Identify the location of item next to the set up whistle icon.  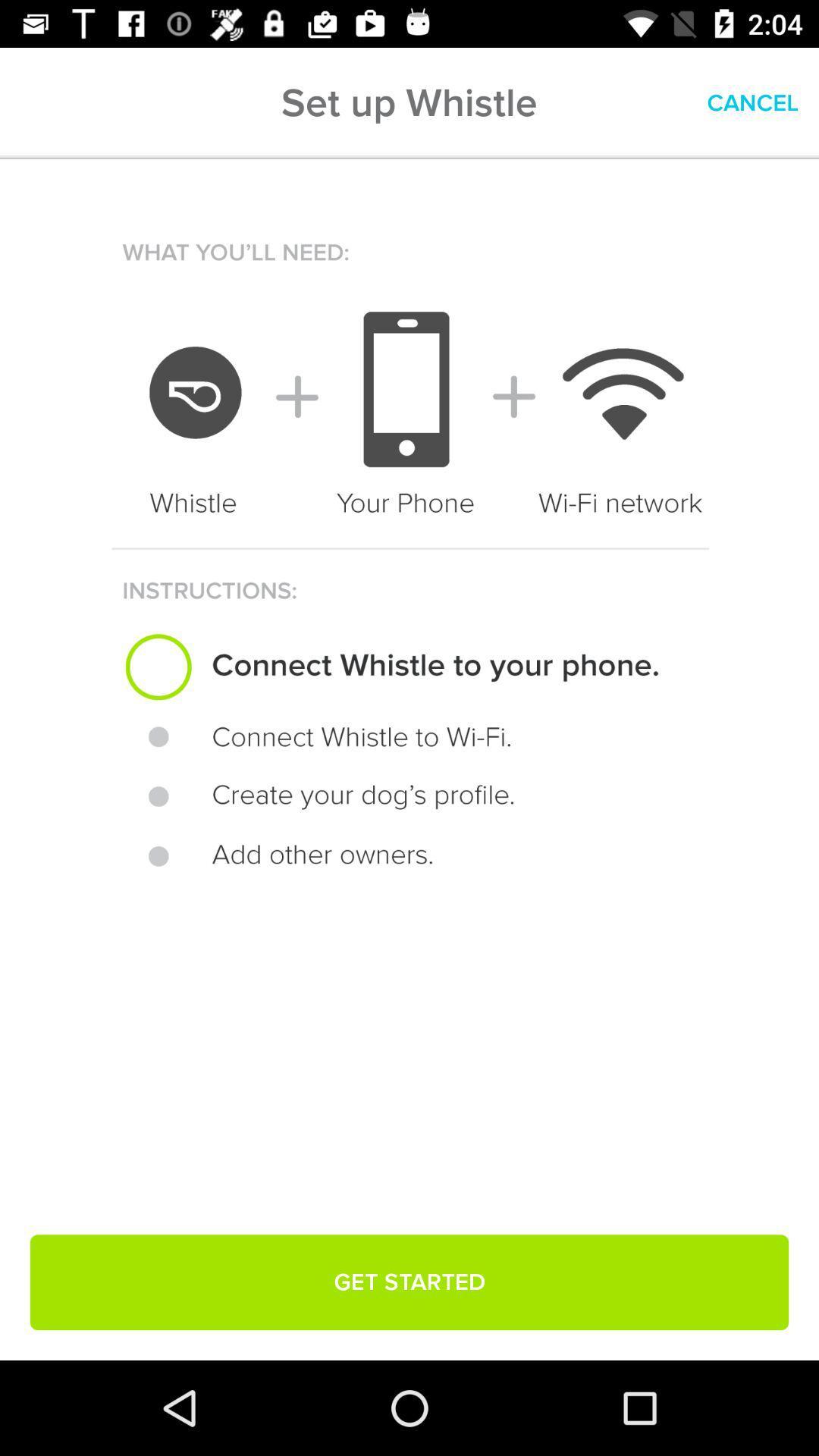
(752, 102).